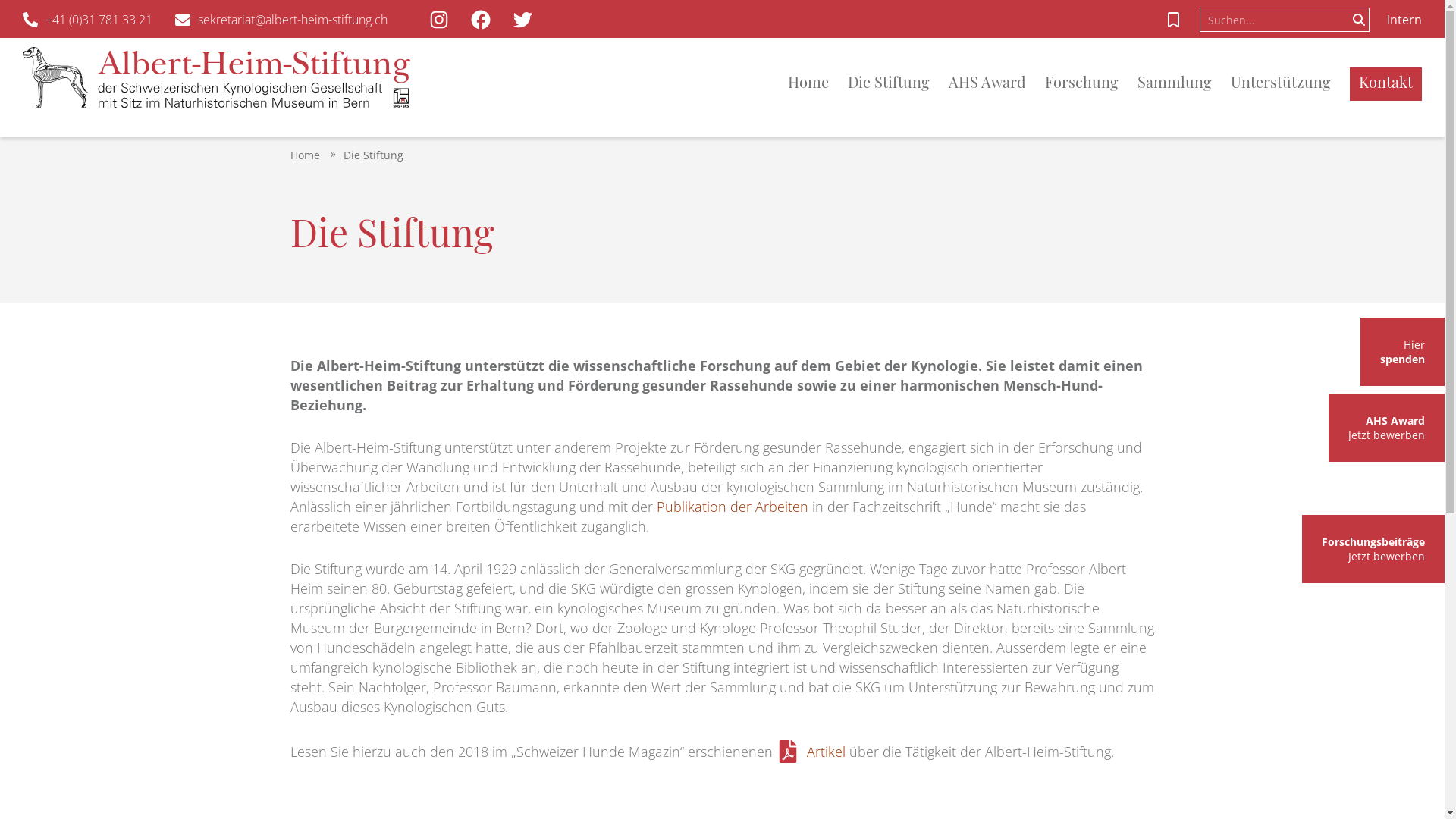 The image size is (1456, 819). Describe the element at coordinates (281, 20) in the screenshot. I see `'sekretariat@albert-heim-stiftung.ch'` at that location.